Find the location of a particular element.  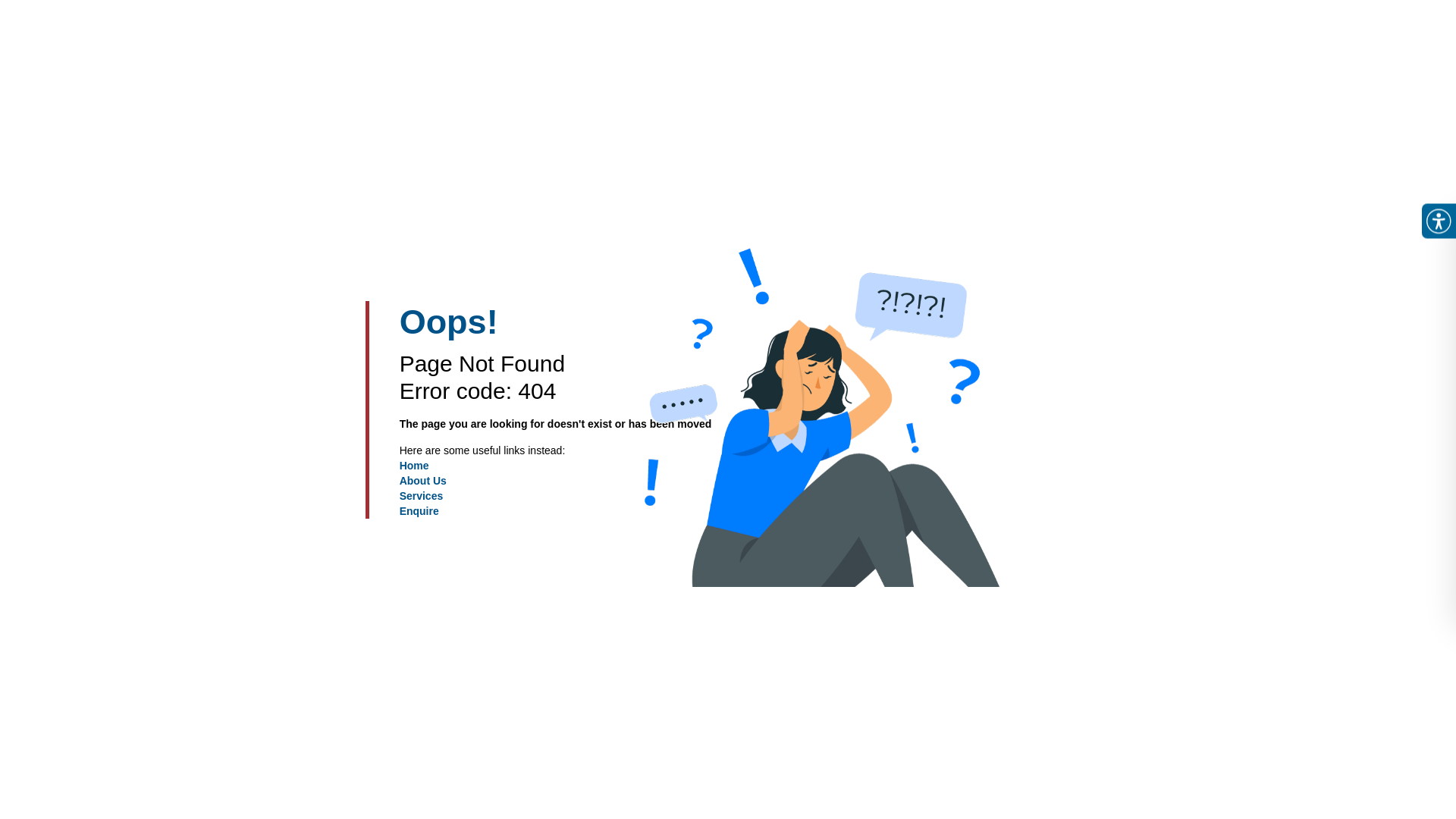

'Enquire' is located at coordinates (419, 511).